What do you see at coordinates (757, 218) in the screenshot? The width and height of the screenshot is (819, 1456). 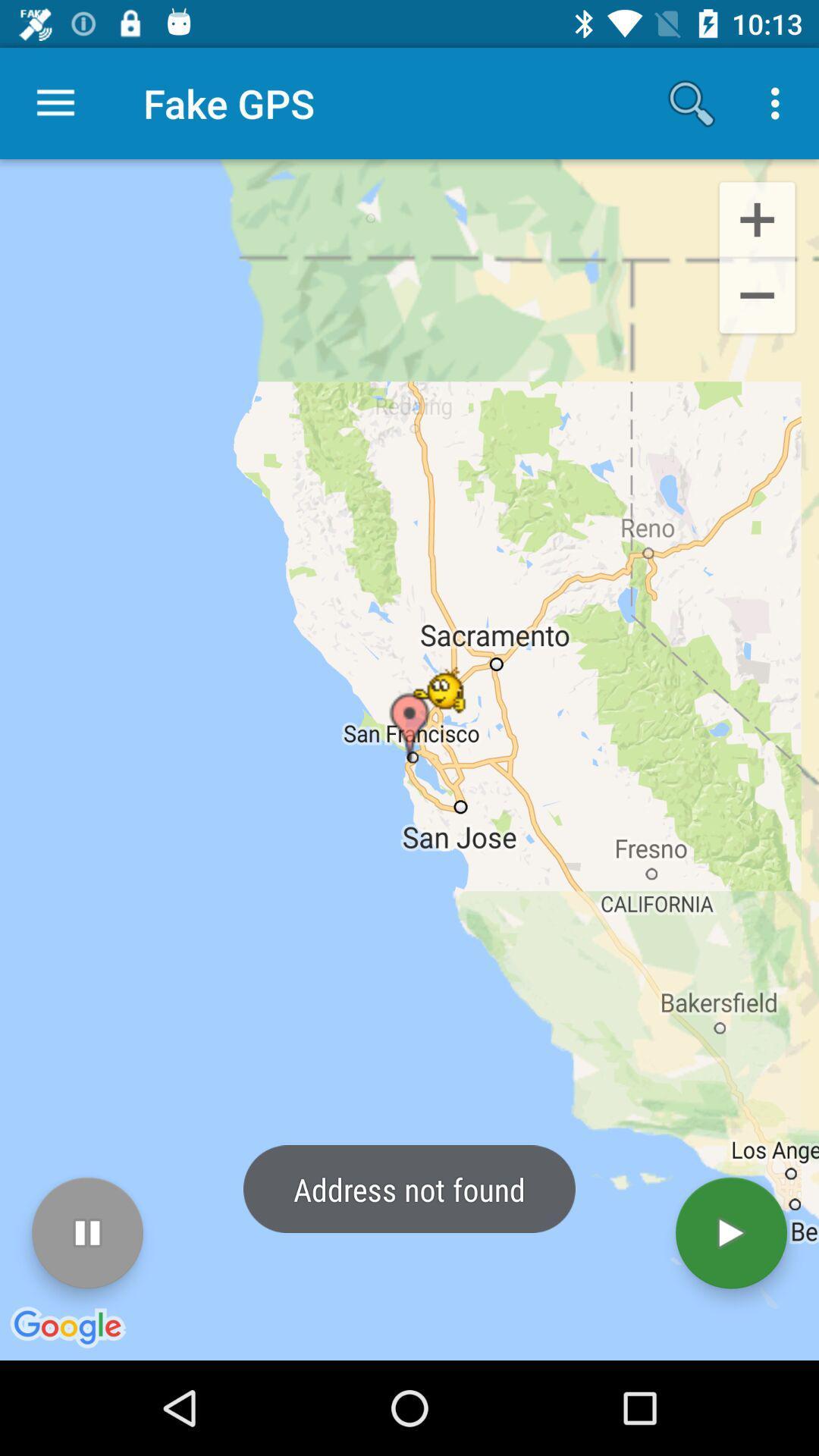 I see `the add icon` at bounding box center [757, 218].